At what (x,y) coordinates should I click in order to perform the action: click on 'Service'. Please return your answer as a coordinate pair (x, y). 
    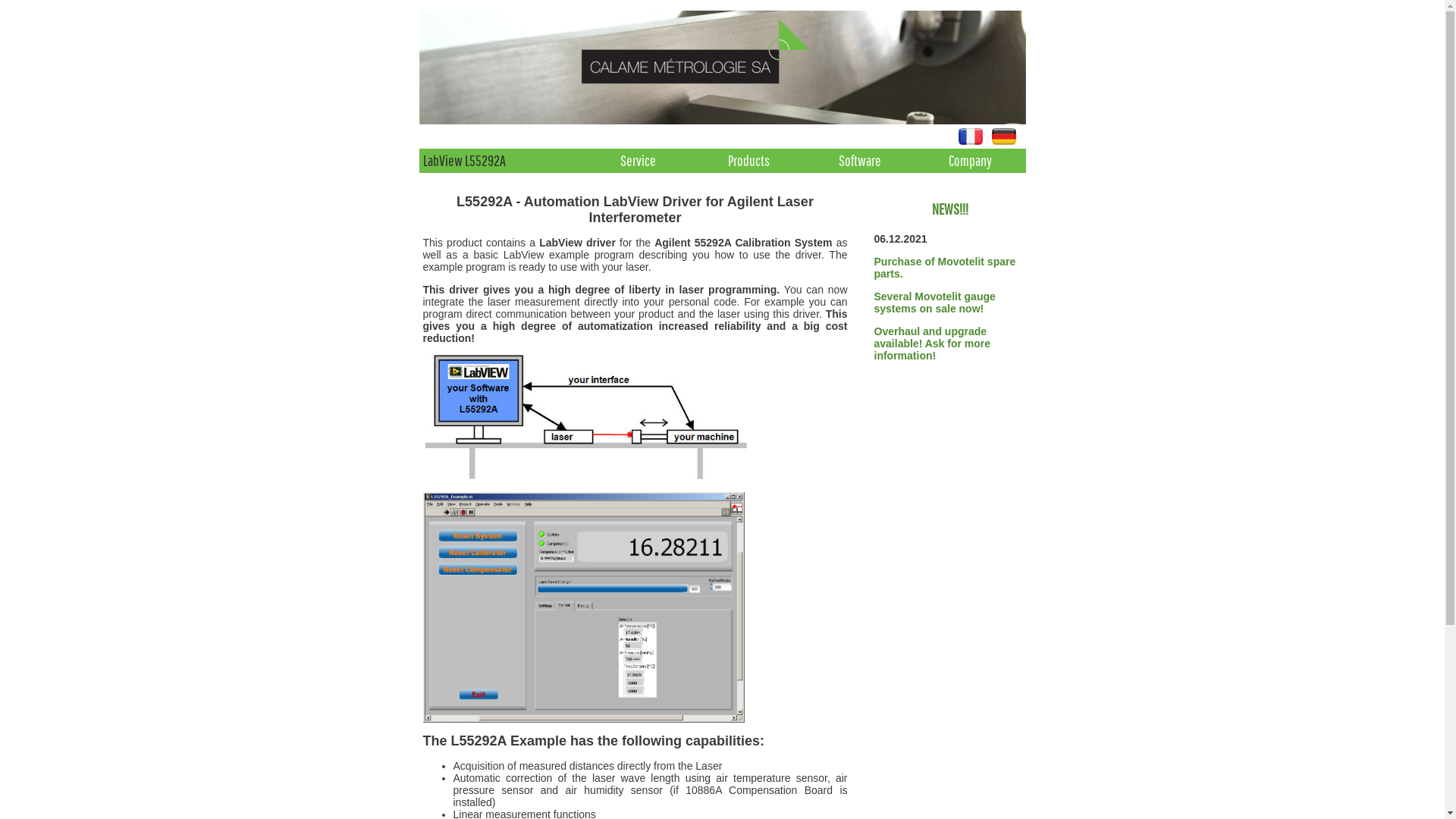
    Looking at the image, I should click on (637, 161).